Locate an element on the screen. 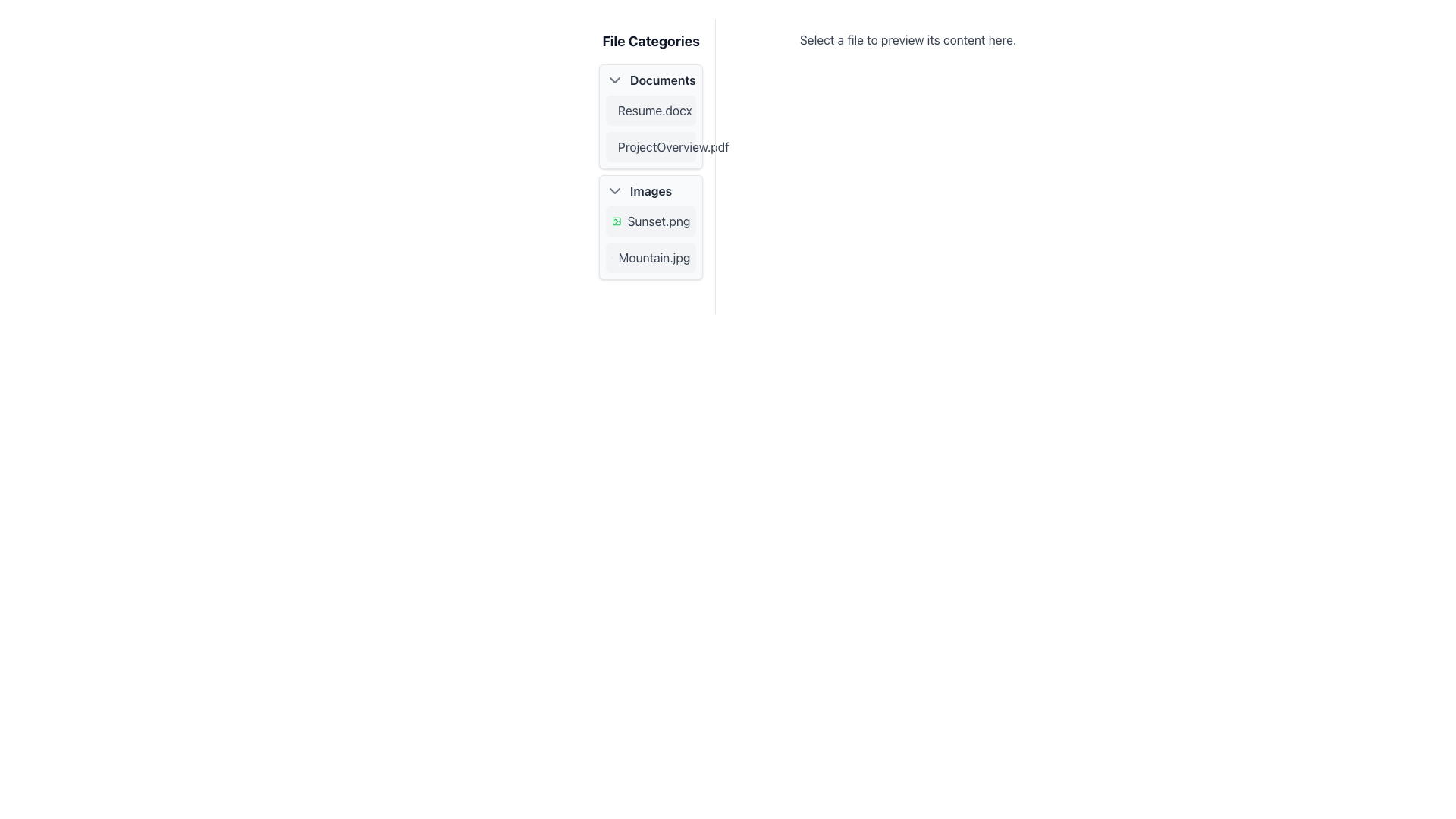  text from the heading Text Label located at the top of the white panel containing file categories is located at coordinates (651, 40).